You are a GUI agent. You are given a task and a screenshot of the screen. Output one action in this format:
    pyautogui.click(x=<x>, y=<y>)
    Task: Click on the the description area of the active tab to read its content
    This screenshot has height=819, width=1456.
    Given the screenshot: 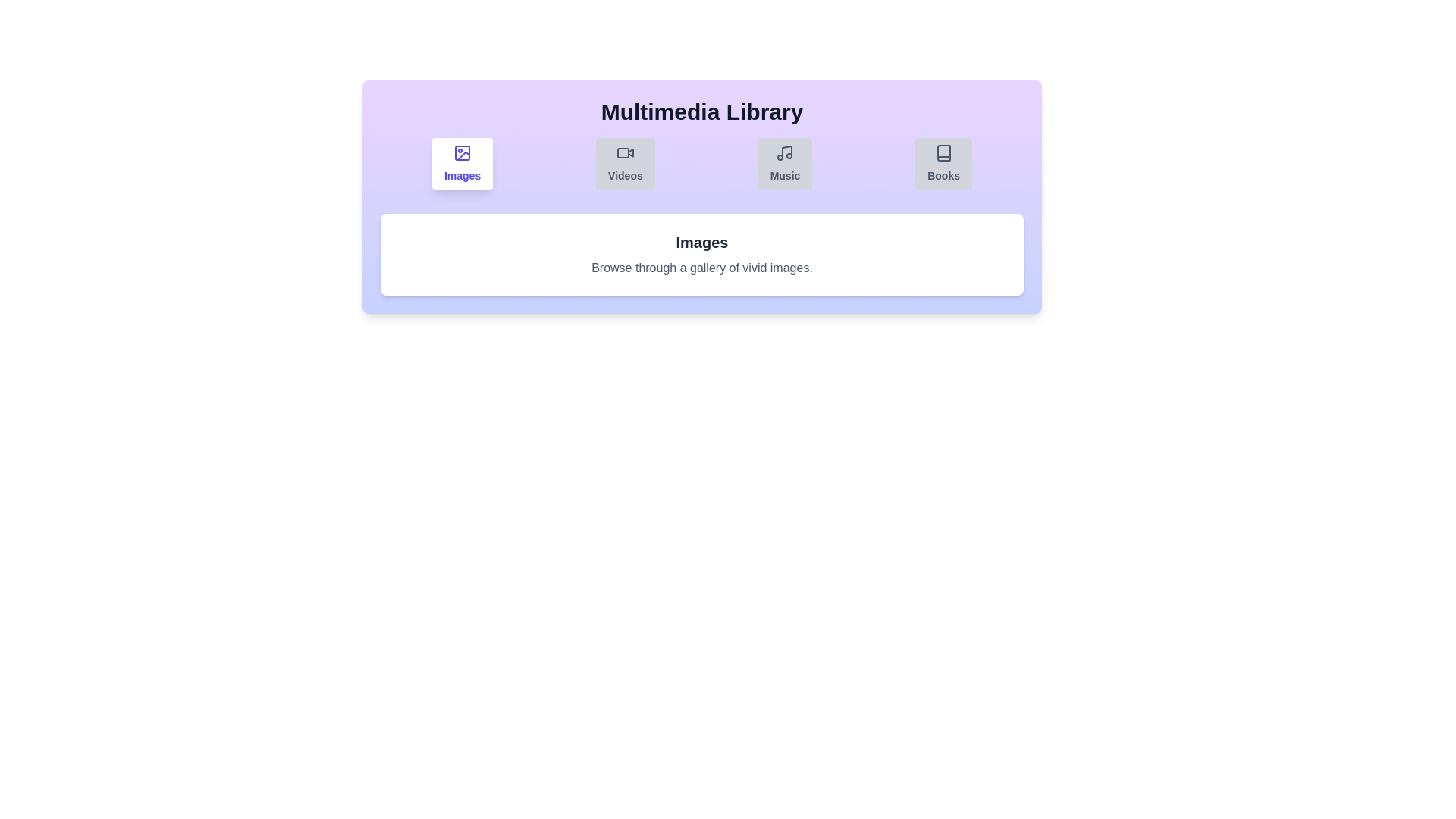 What is the action you would take?
    pyautogui.click(x=701, y=268)
    